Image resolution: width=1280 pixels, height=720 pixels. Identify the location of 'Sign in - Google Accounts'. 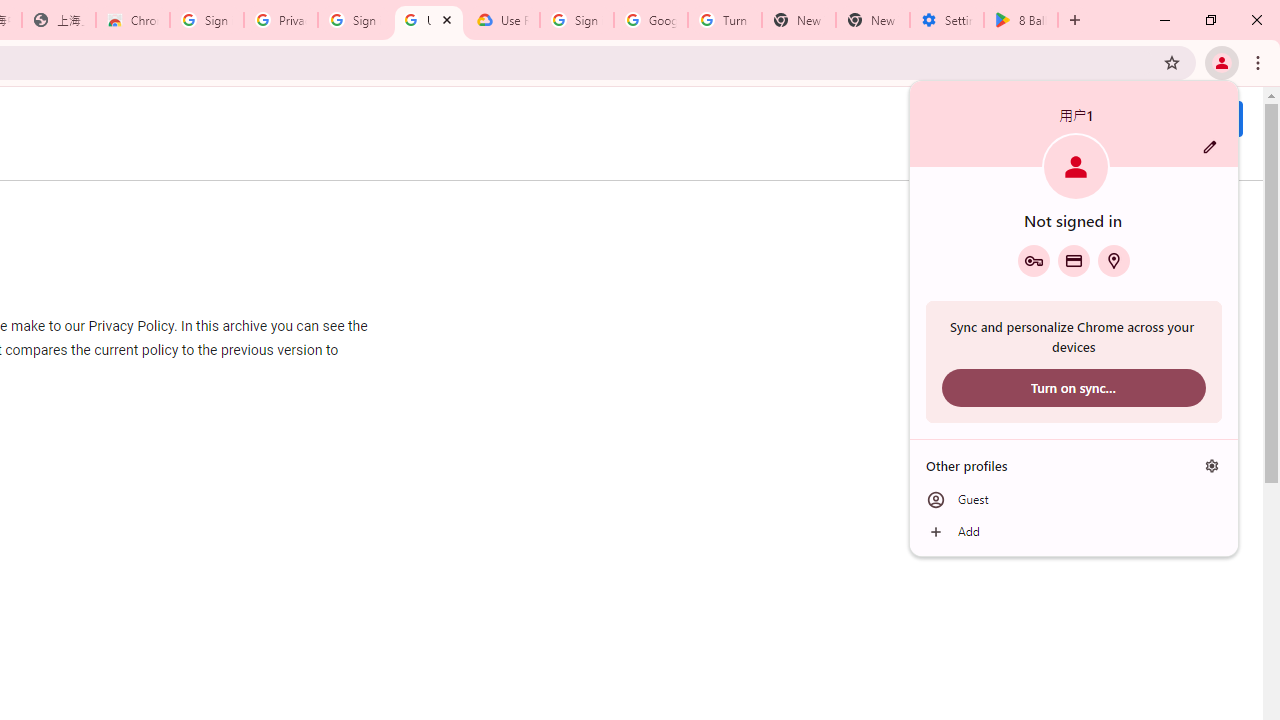
(576, 20).